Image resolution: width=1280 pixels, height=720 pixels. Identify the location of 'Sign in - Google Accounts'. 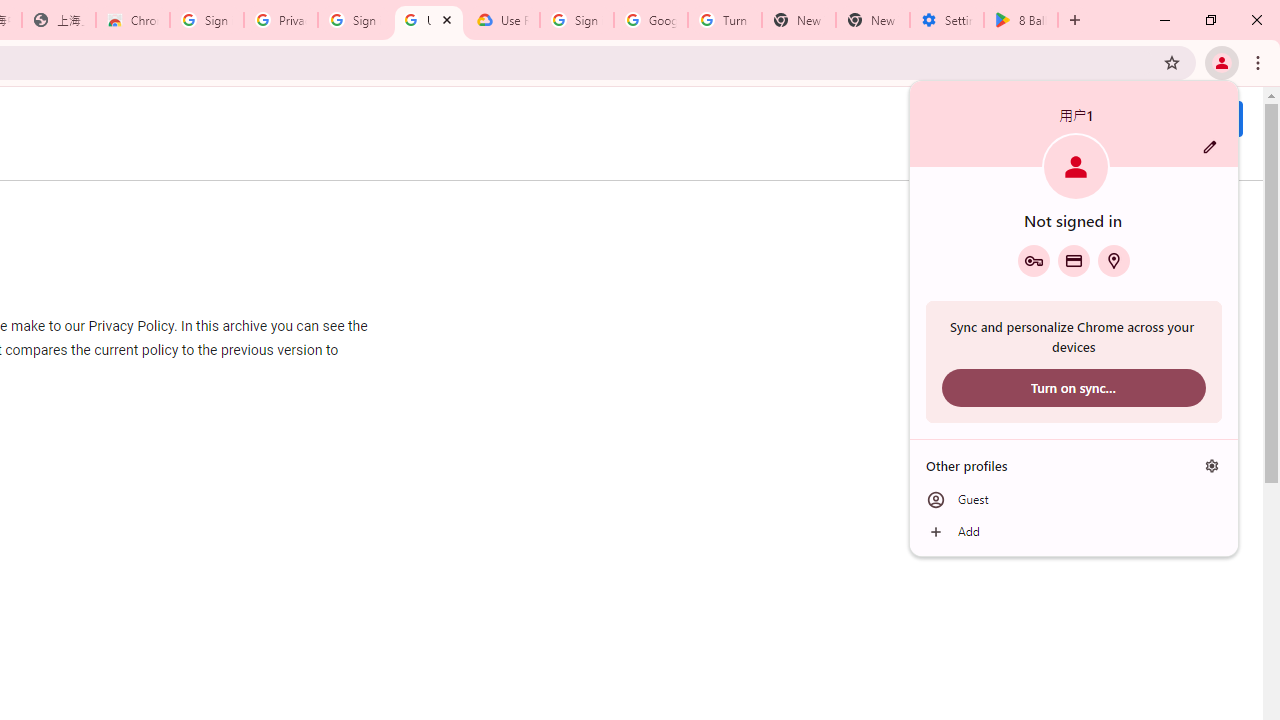
(576, 20).